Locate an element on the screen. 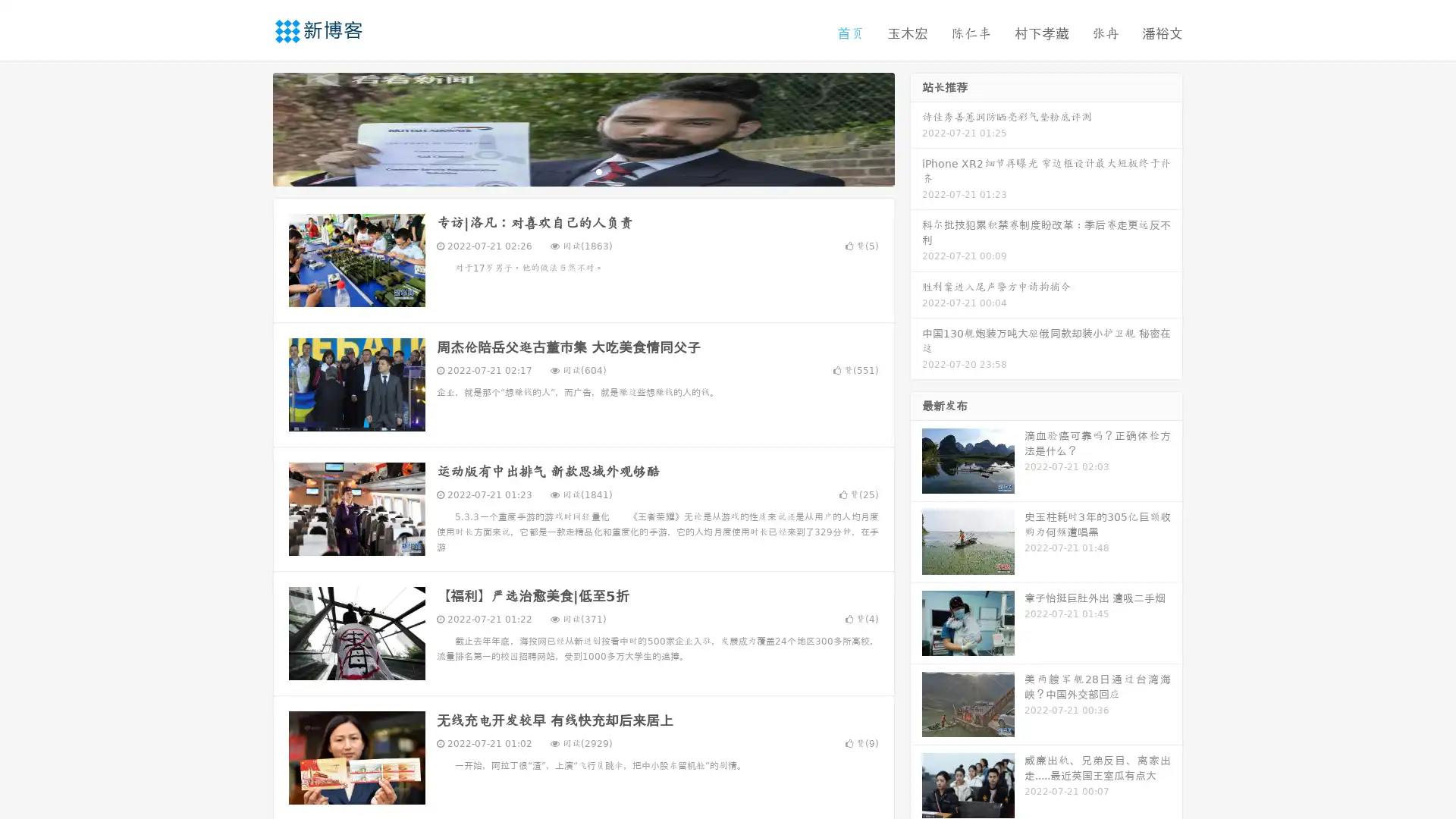 The width and height of the screenshot is (1456, 819). Next slide is located at coordinates (916, 127).